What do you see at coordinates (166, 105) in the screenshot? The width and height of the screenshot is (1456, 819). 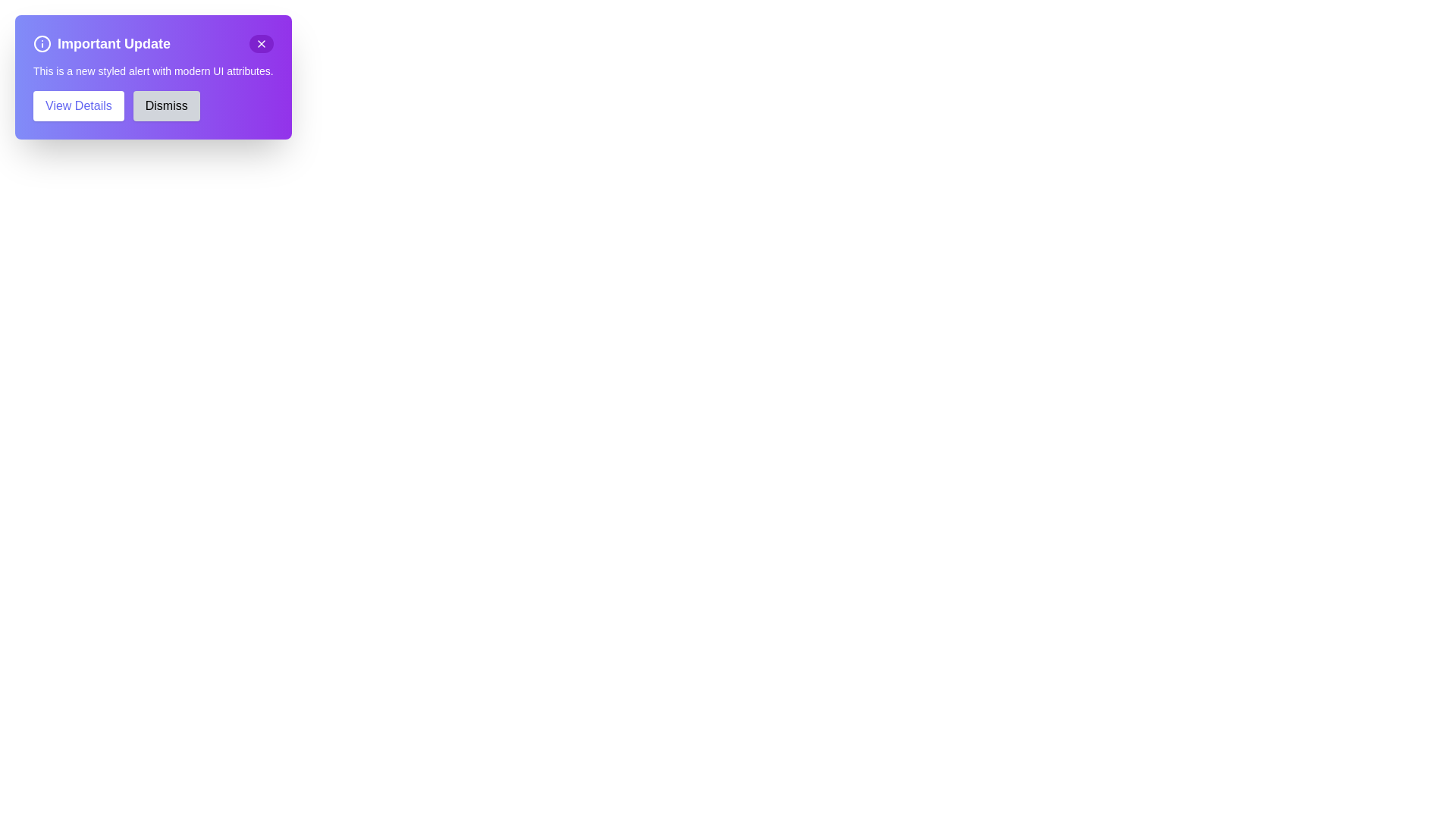 I see `the 'Dismiss' button to hide the notification` at bounding box center [166, 105].